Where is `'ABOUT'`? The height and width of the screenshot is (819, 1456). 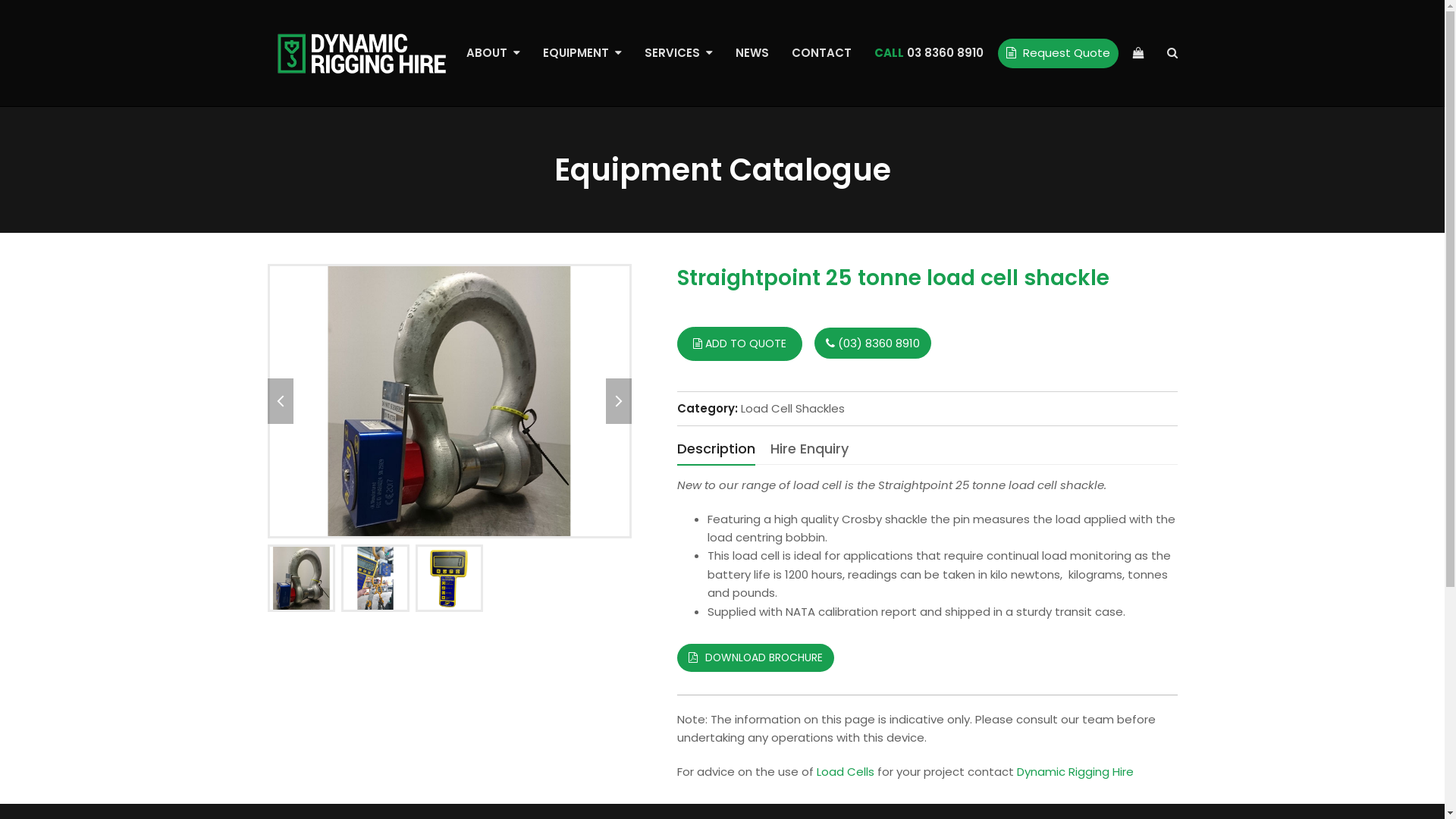
'ABOUT' is located at coordinates (493, 52).